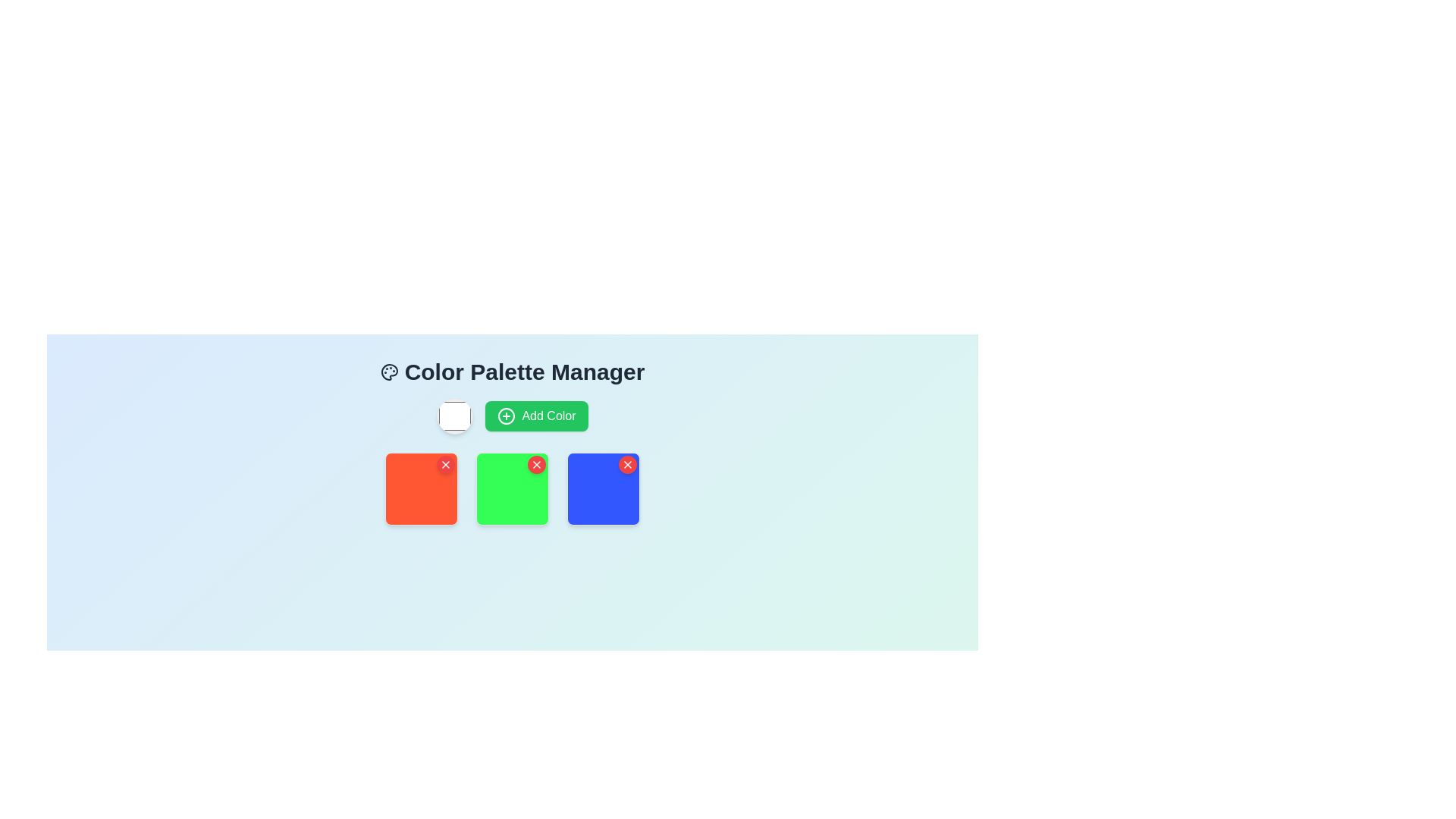 The width and height of the screenshot is (1456, 819). What do you see at coordinates (389, 372) in the screenshot?
I see `the color palette management icon located to the left of the 'Color Palette Manager' title text` at bounding box center [389, 372].